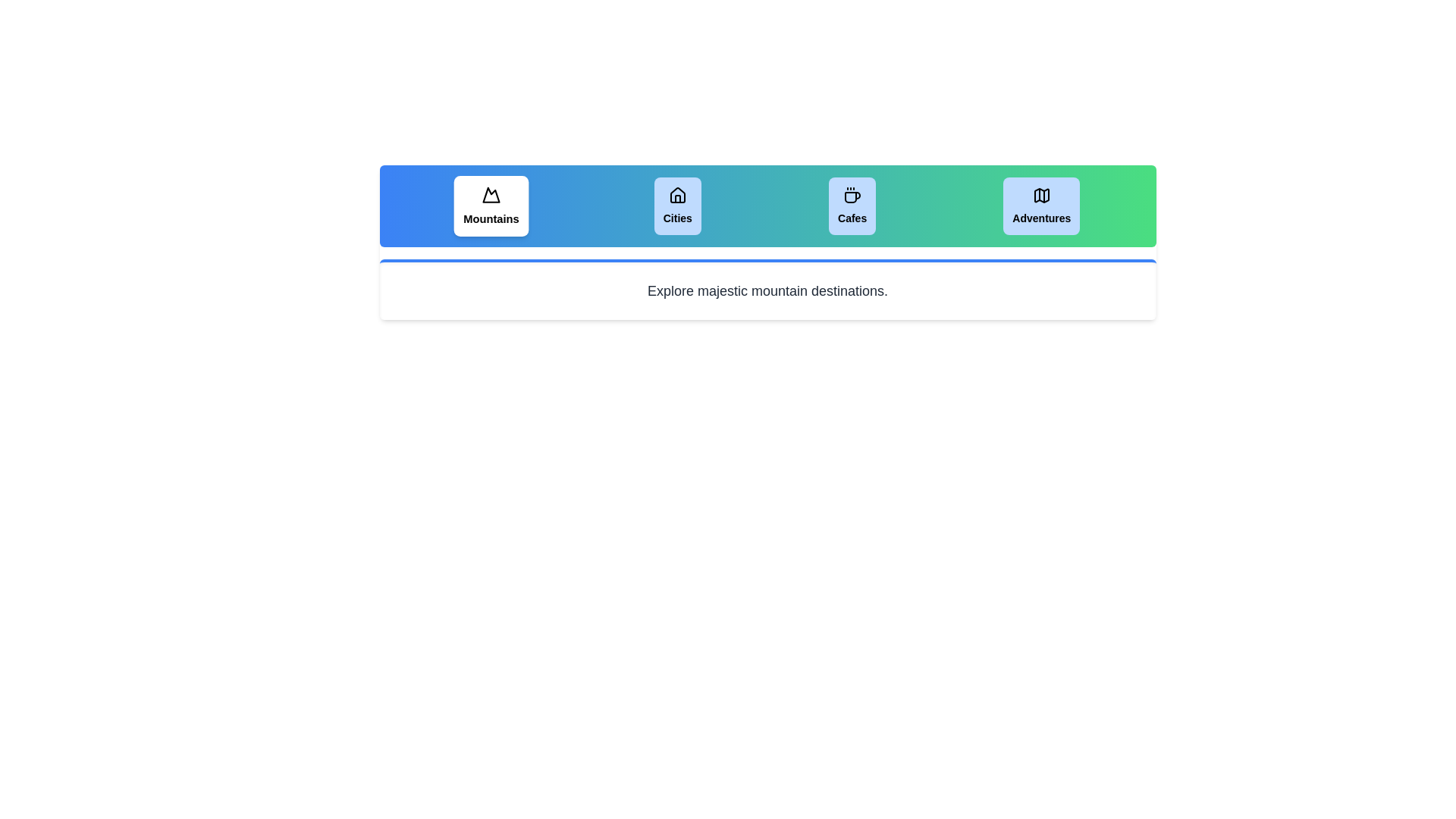  I want to click on the tab labeled Adventures to view its content, so click(1040, 206).